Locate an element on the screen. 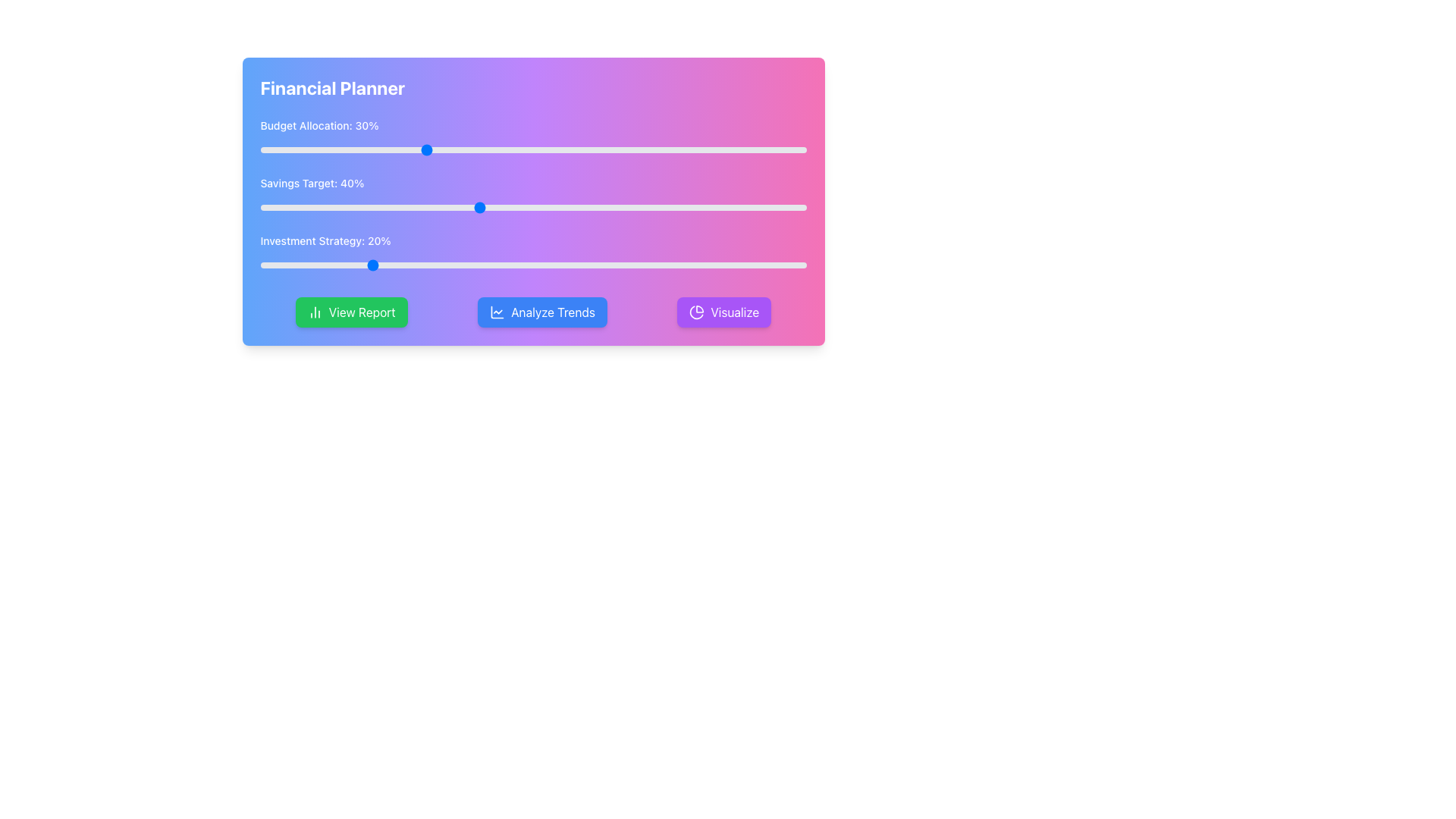 The width and height of the screenshot is (1456, 819). the savings target is located at coordinates (587, 207).